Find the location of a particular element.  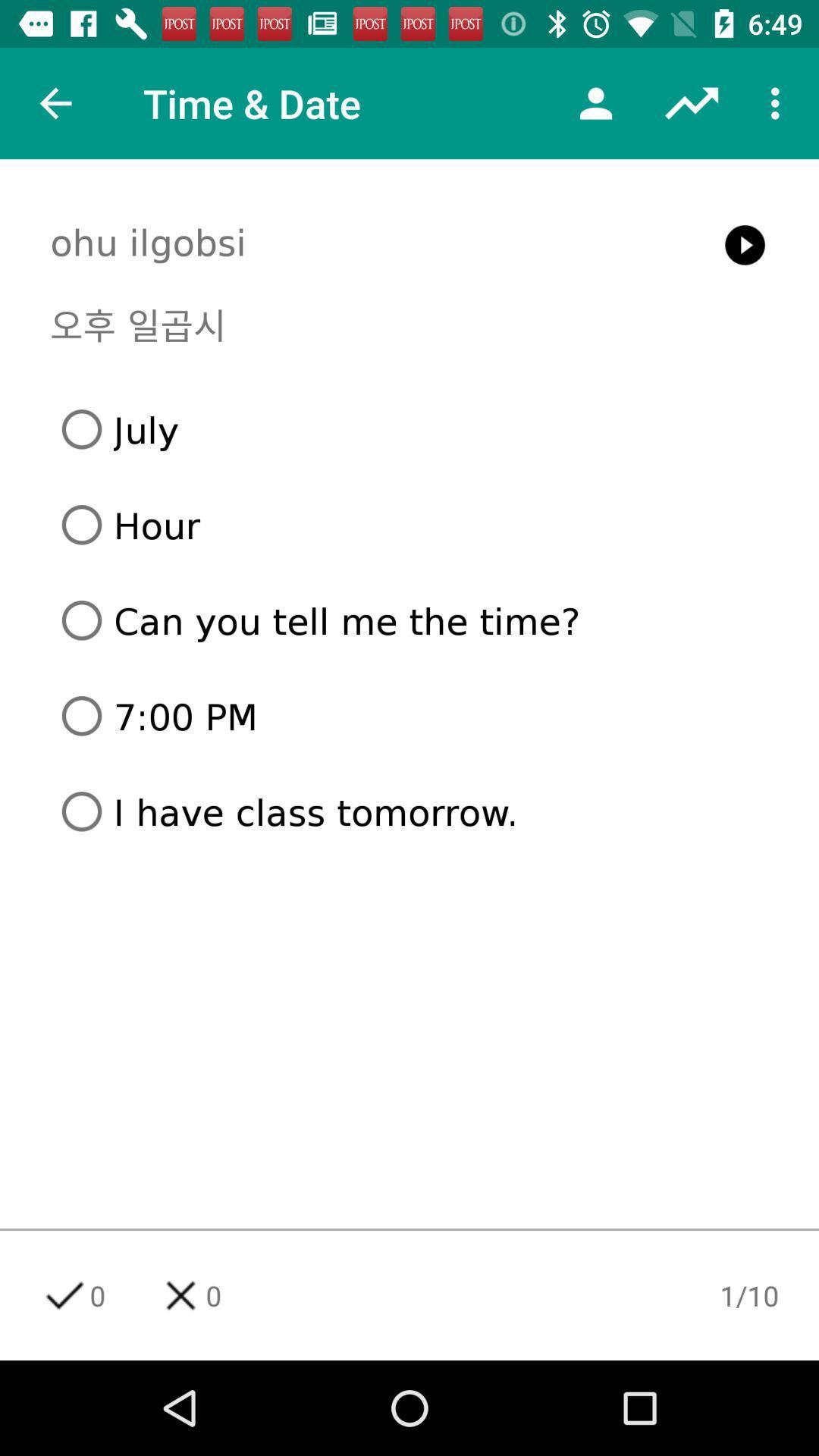

the icon next to time & date icon is located at coordinates (595, 102).